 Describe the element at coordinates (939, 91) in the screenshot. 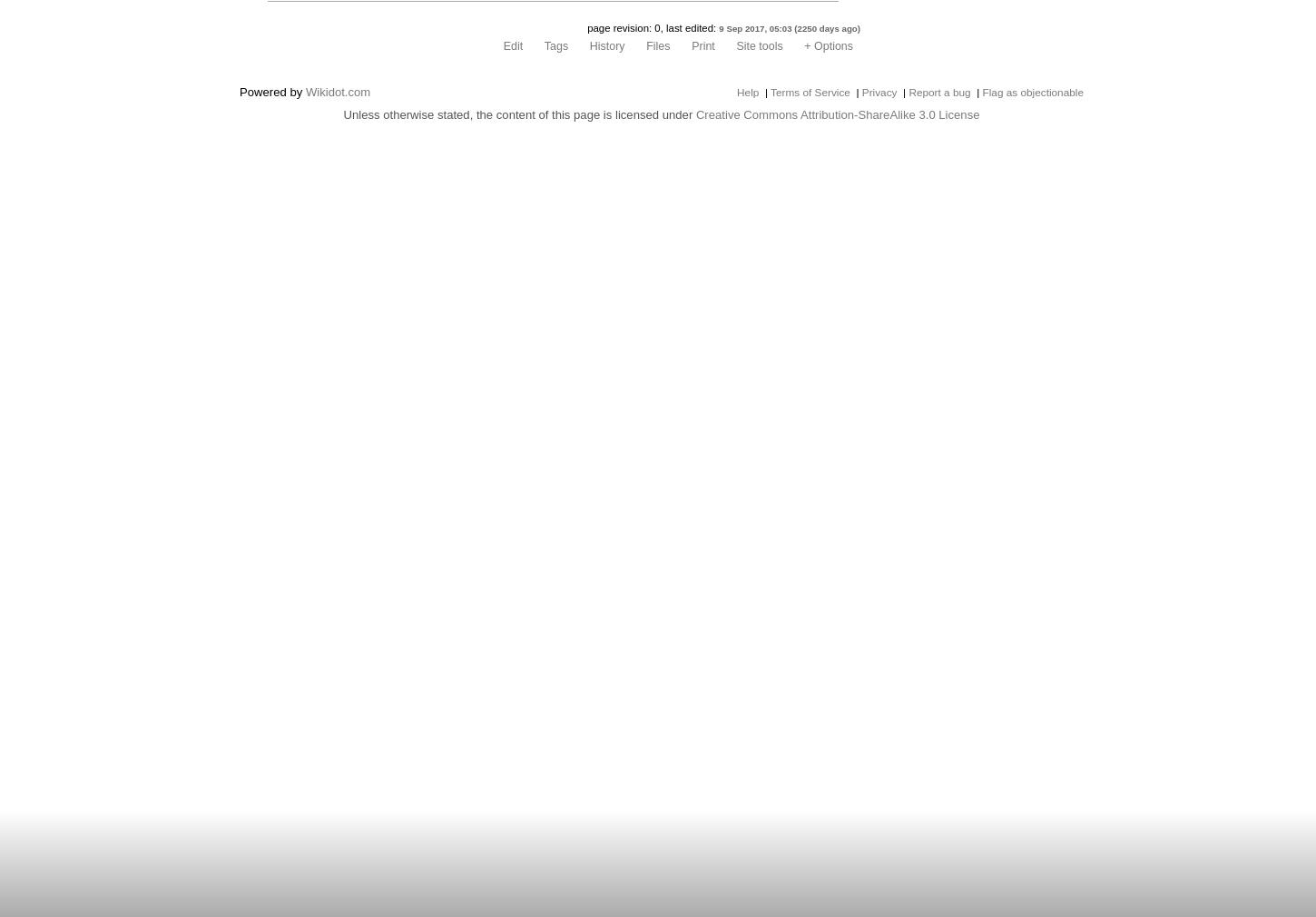

I see `'Report a bug'` at that location.